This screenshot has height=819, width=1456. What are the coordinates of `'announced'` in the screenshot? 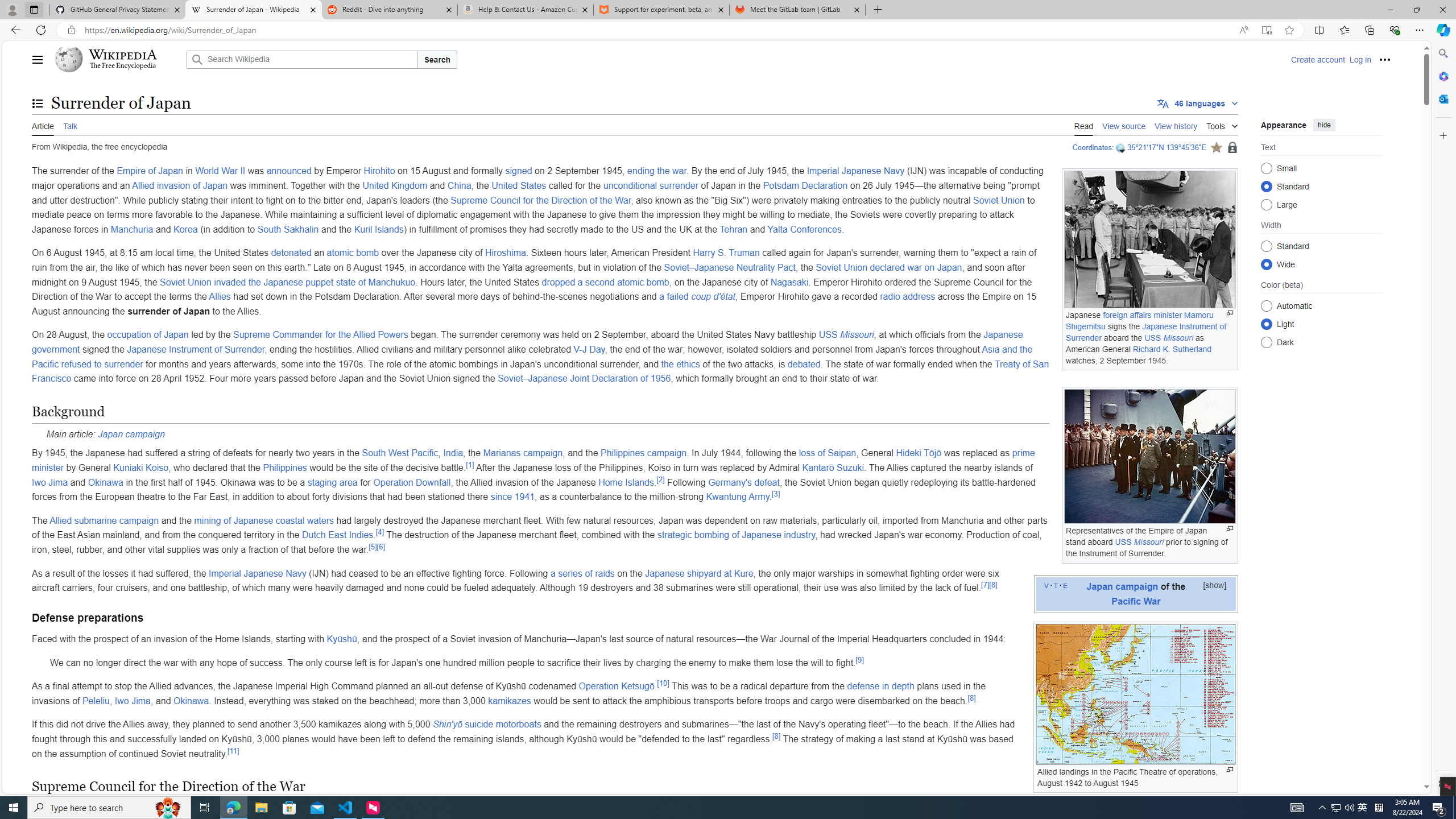 It's located at (288, 170).